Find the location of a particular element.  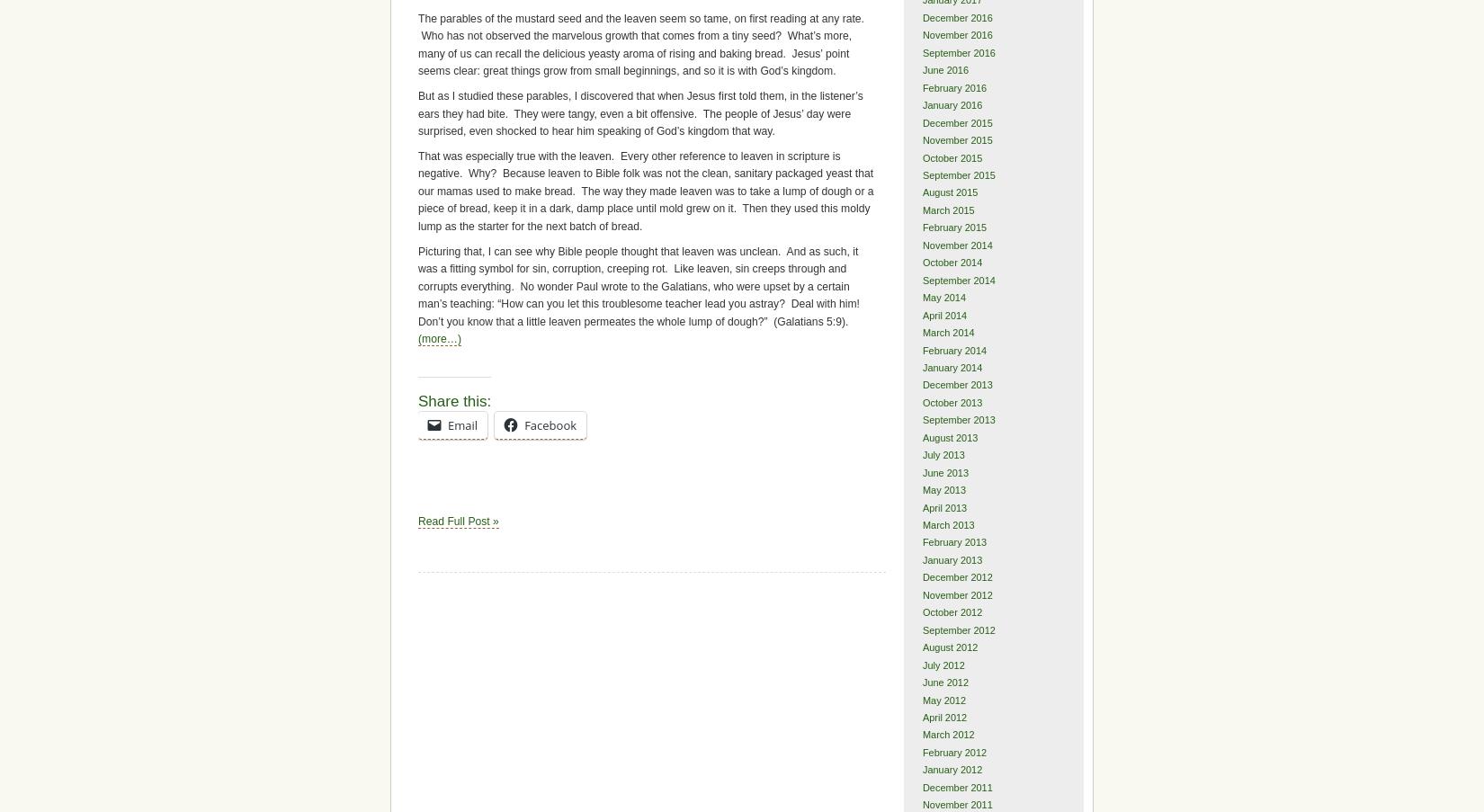

'May 2012' is located at coordinates (921, 699).